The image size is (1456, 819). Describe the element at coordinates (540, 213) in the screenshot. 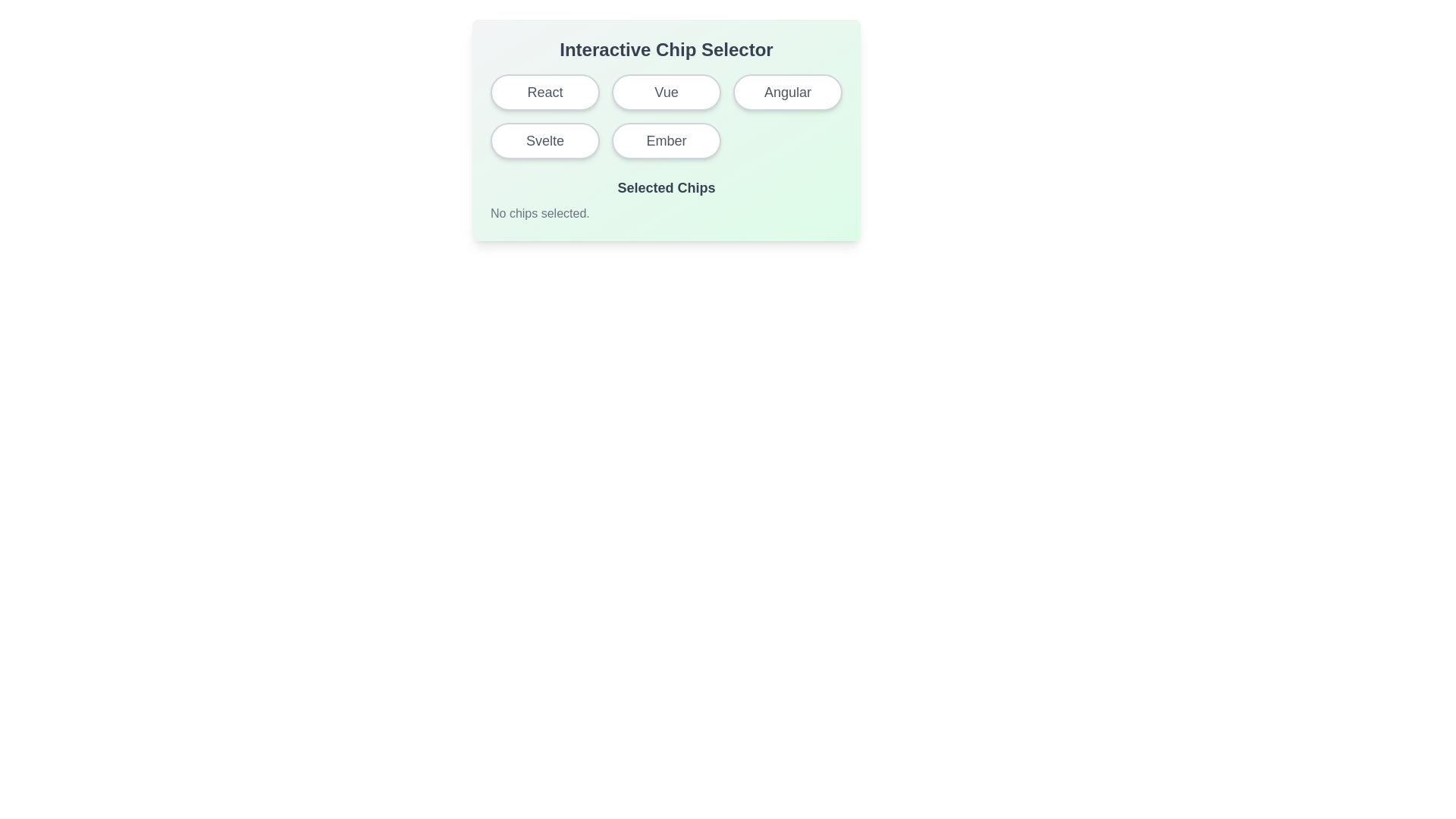

I see `the static text label that indicates no items or options have been selected in the interactive chip selector, located within the 'Selected Chips' section` at that location.